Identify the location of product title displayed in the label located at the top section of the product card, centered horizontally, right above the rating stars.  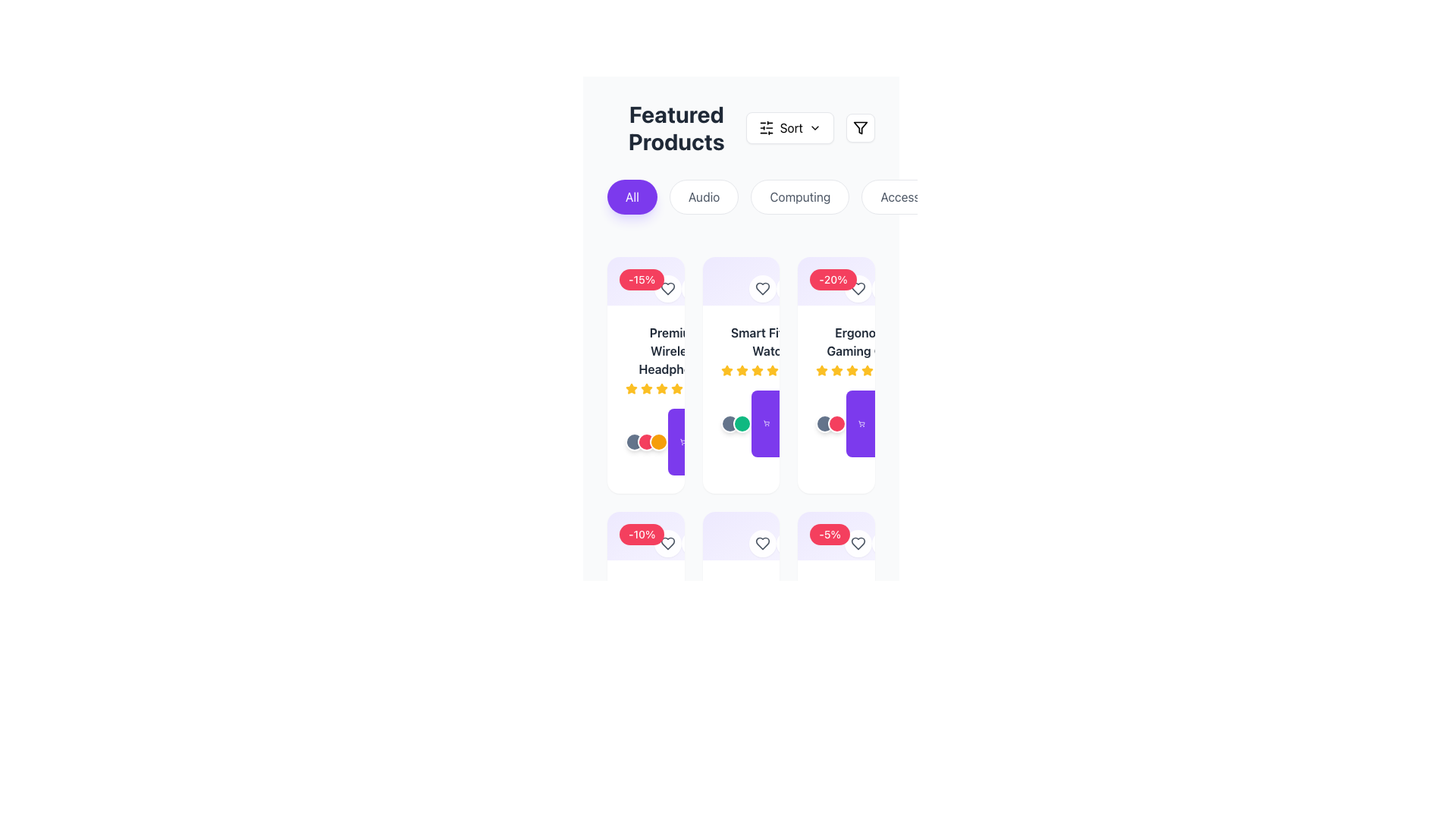
(836, 350).